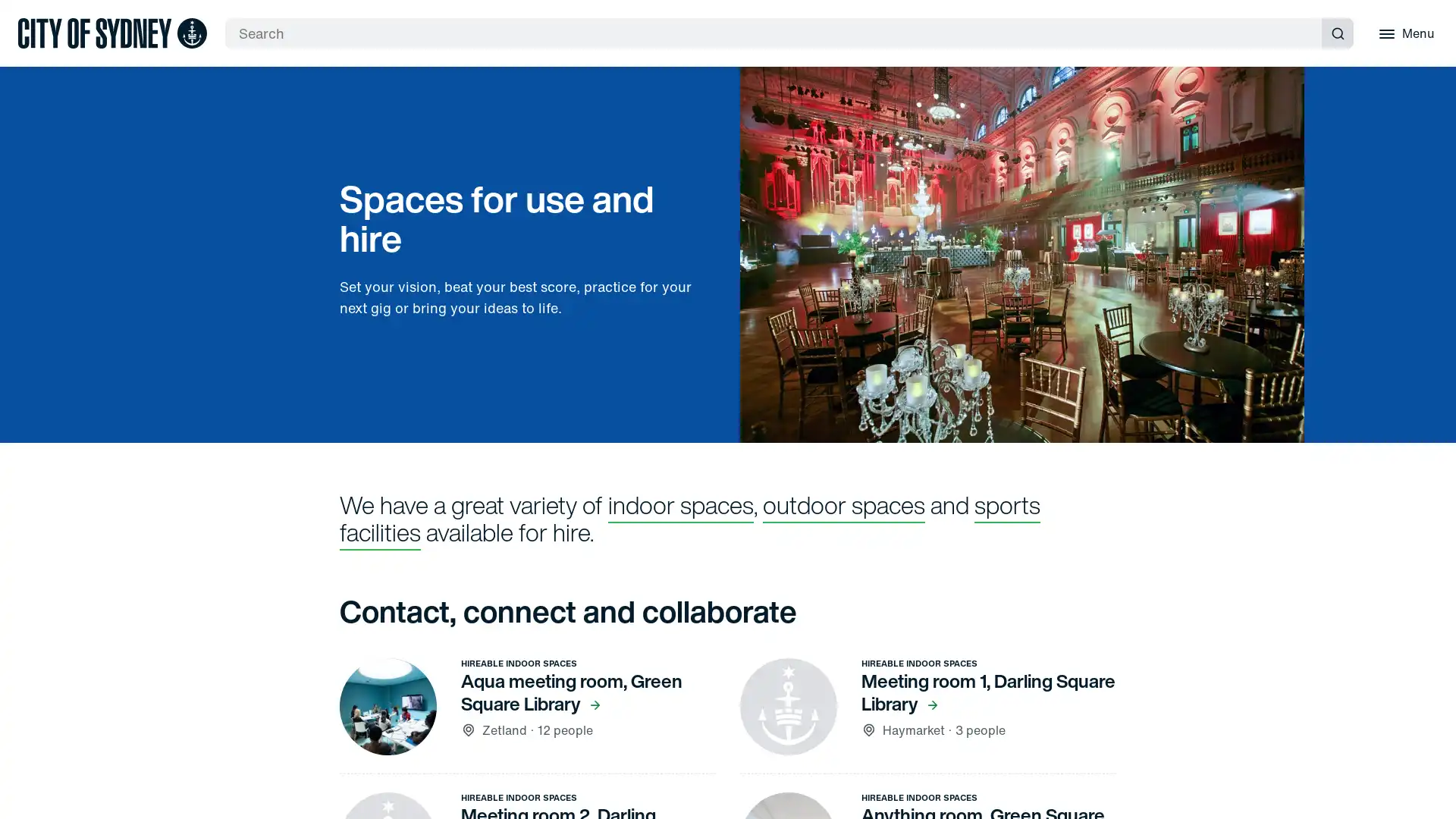 The image size is (1456, 819). Describe the element at coordinates (1439, 409) in the screenshot. I see `Ask us` at that location.